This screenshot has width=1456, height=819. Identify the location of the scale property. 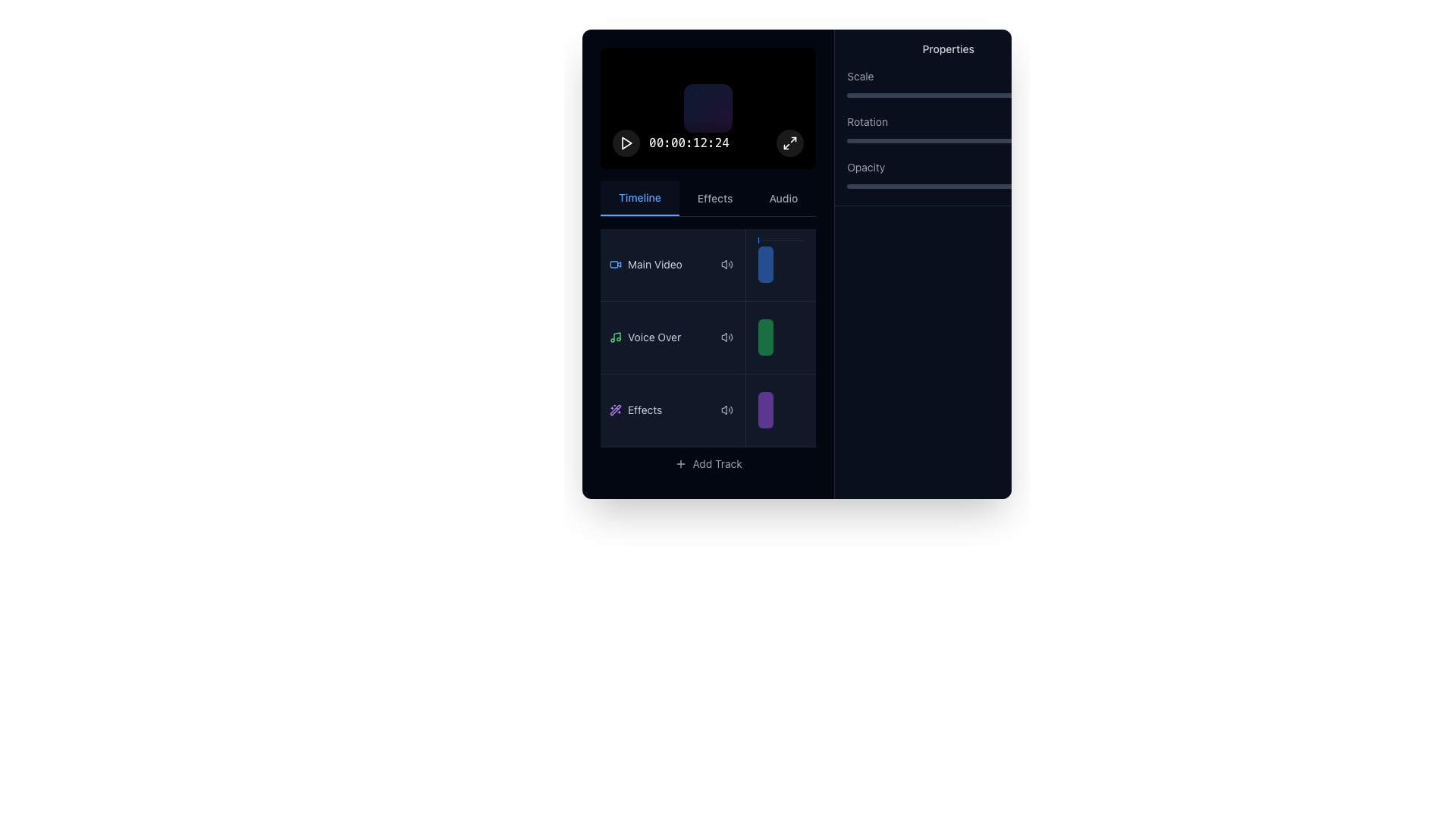
(949, 96).